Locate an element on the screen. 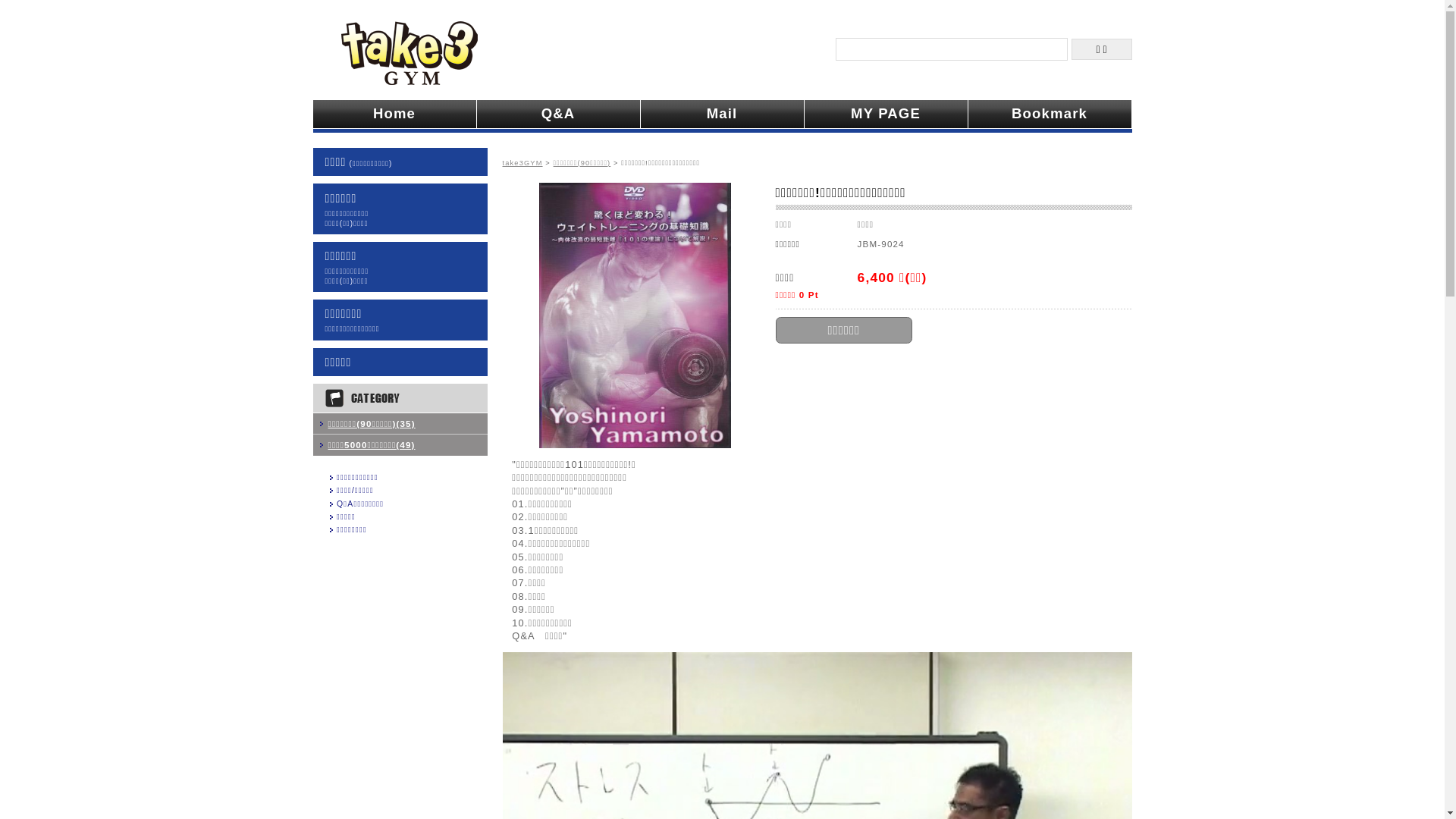 Image resolution: width=1456 pixels, height=819 pixels. 'Home' is located at coordinates (394, 113).